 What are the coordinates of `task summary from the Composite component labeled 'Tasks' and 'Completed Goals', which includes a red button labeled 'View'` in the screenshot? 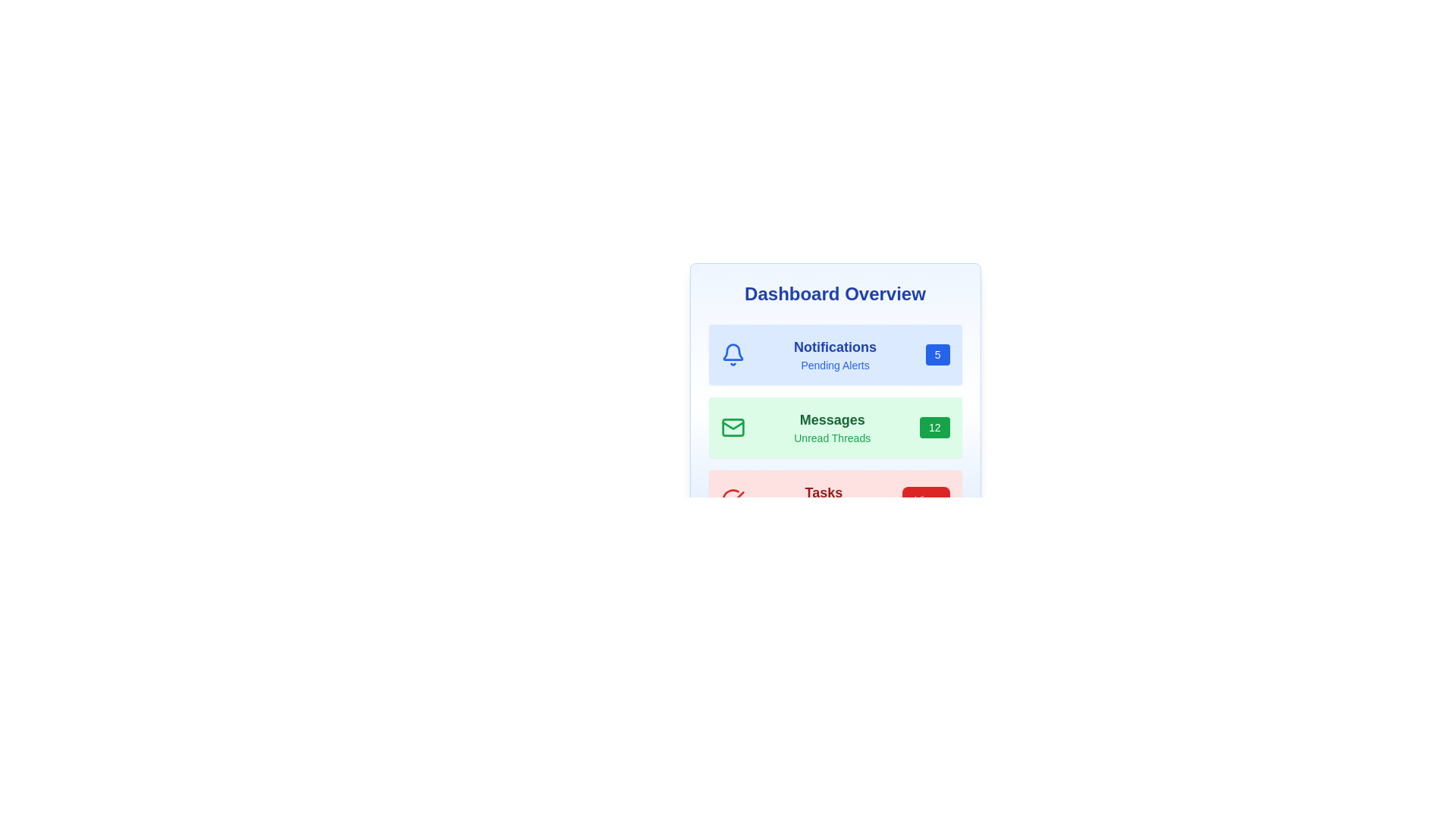 It's located at (834, 500).